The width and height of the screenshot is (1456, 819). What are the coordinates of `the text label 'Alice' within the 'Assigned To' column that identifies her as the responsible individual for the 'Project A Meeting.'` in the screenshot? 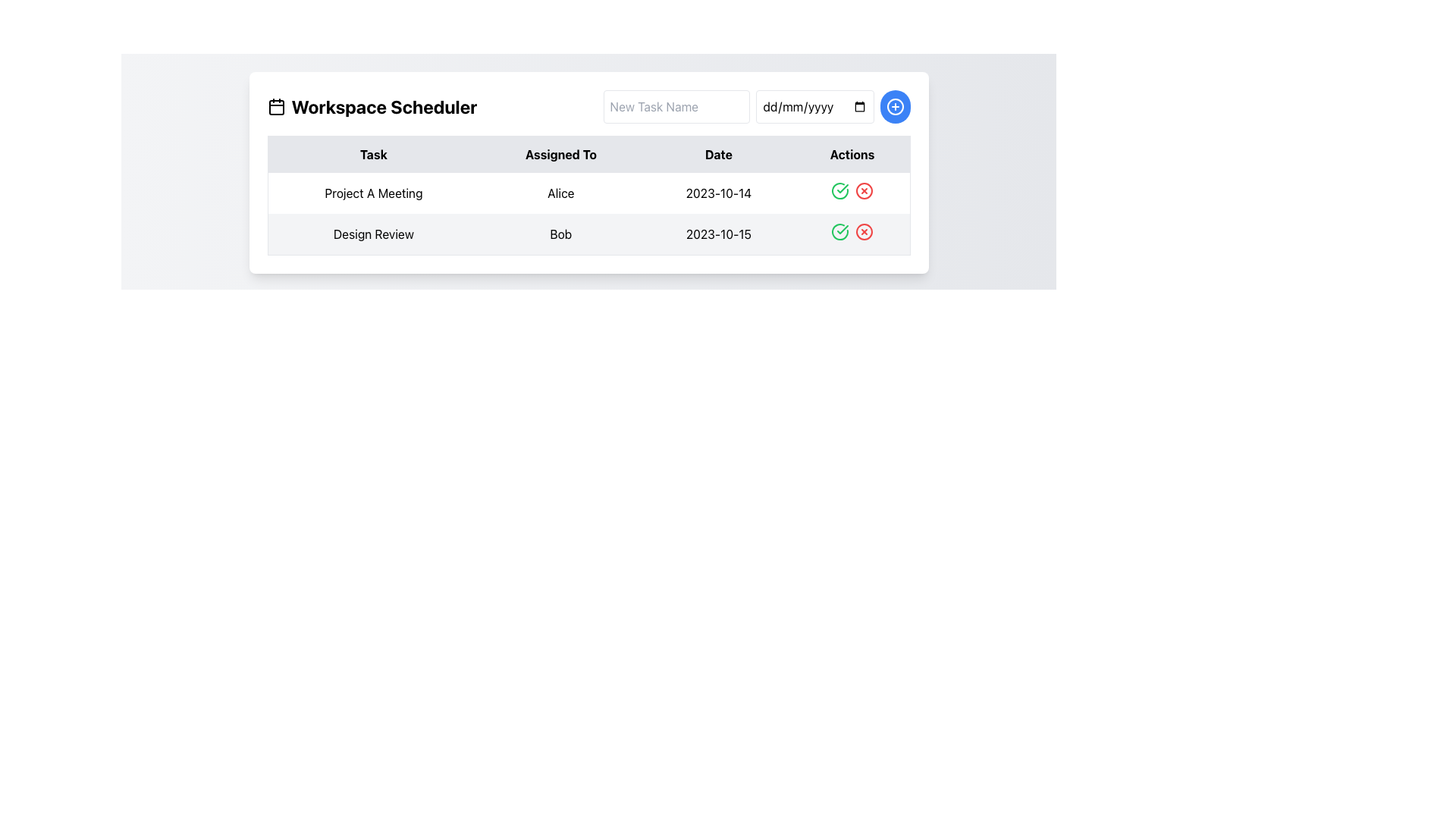 It's located at (560, 192).